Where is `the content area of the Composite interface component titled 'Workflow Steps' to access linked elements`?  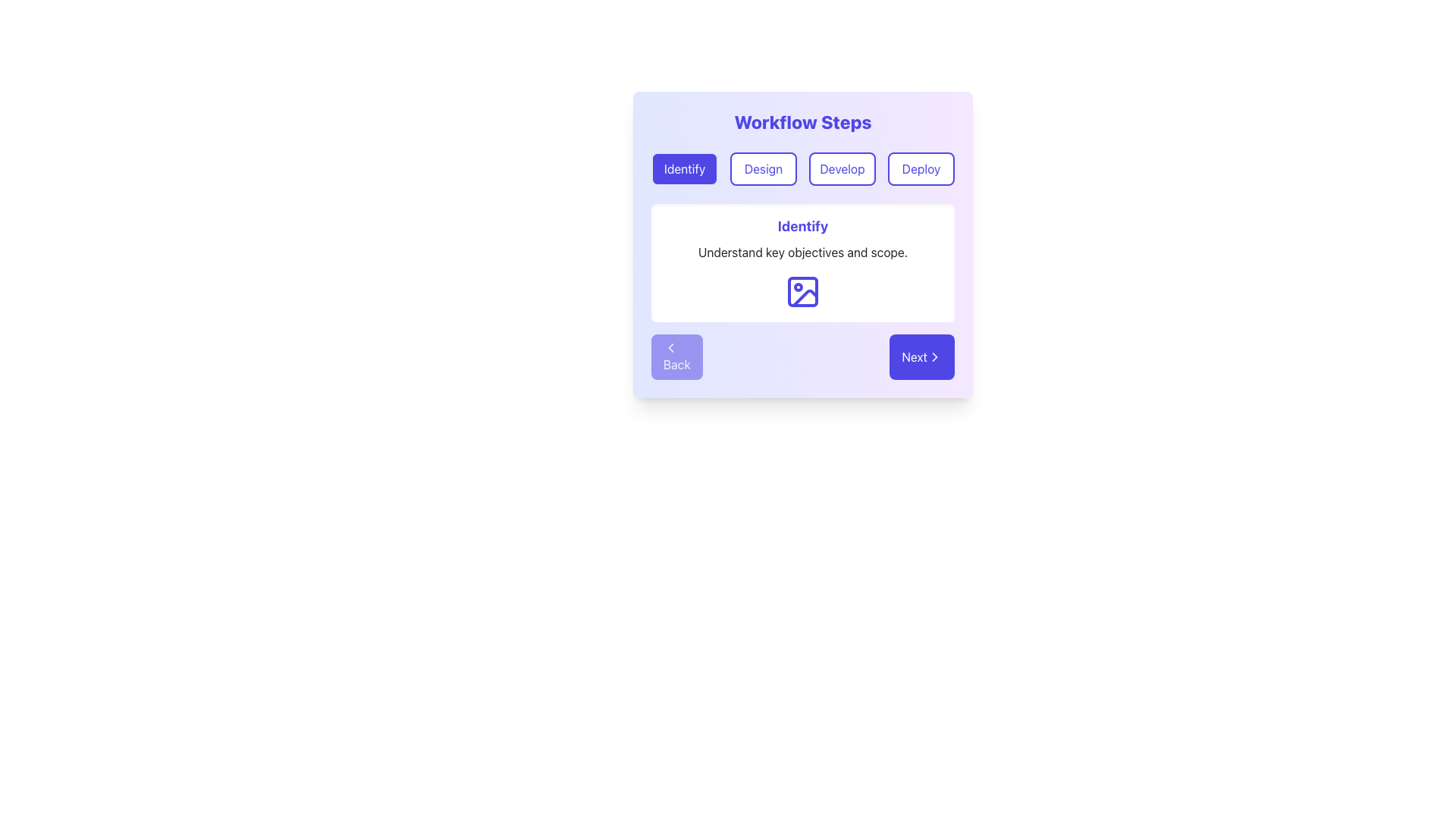
the content area of the Composite interface component titled 'Workflow Steps' to access linked elements is located at coordinates (802, 244).